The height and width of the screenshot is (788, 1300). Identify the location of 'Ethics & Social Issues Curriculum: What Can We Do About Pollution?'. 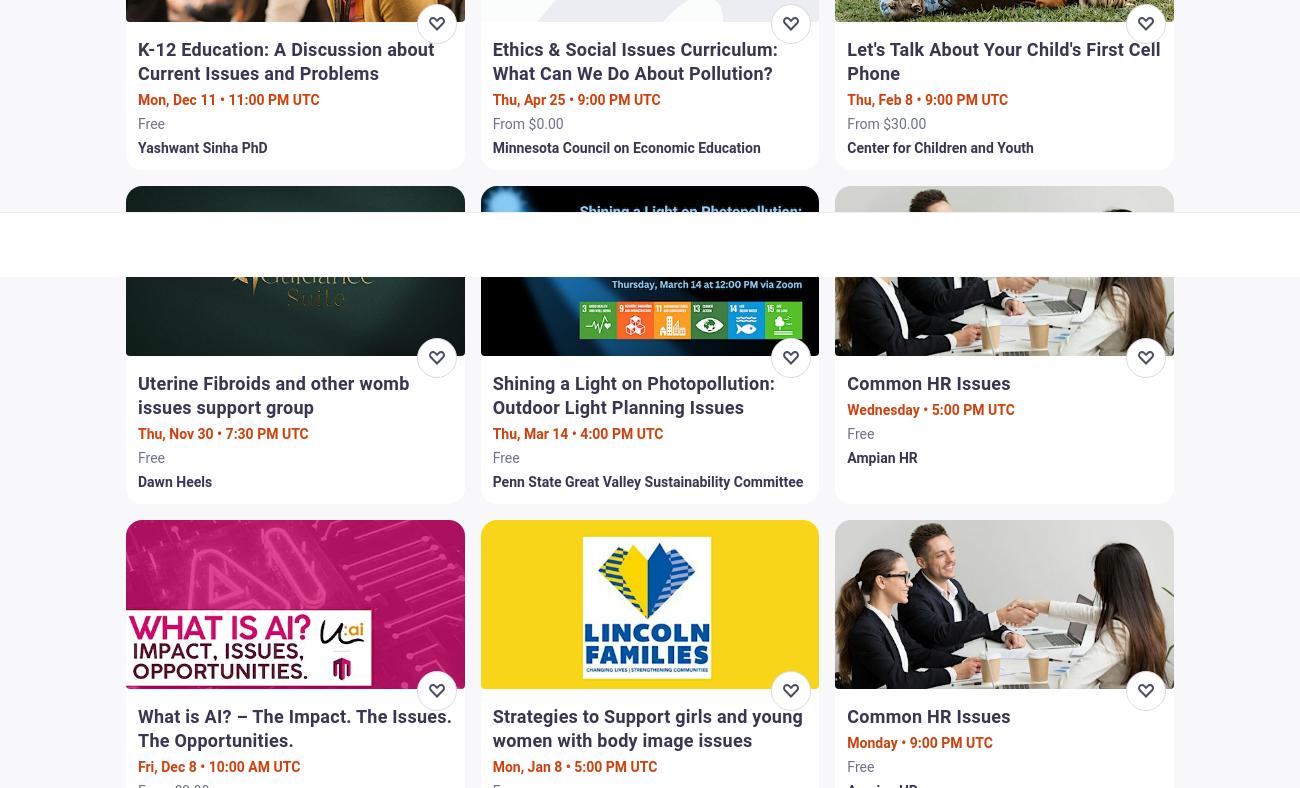
(635, 60).